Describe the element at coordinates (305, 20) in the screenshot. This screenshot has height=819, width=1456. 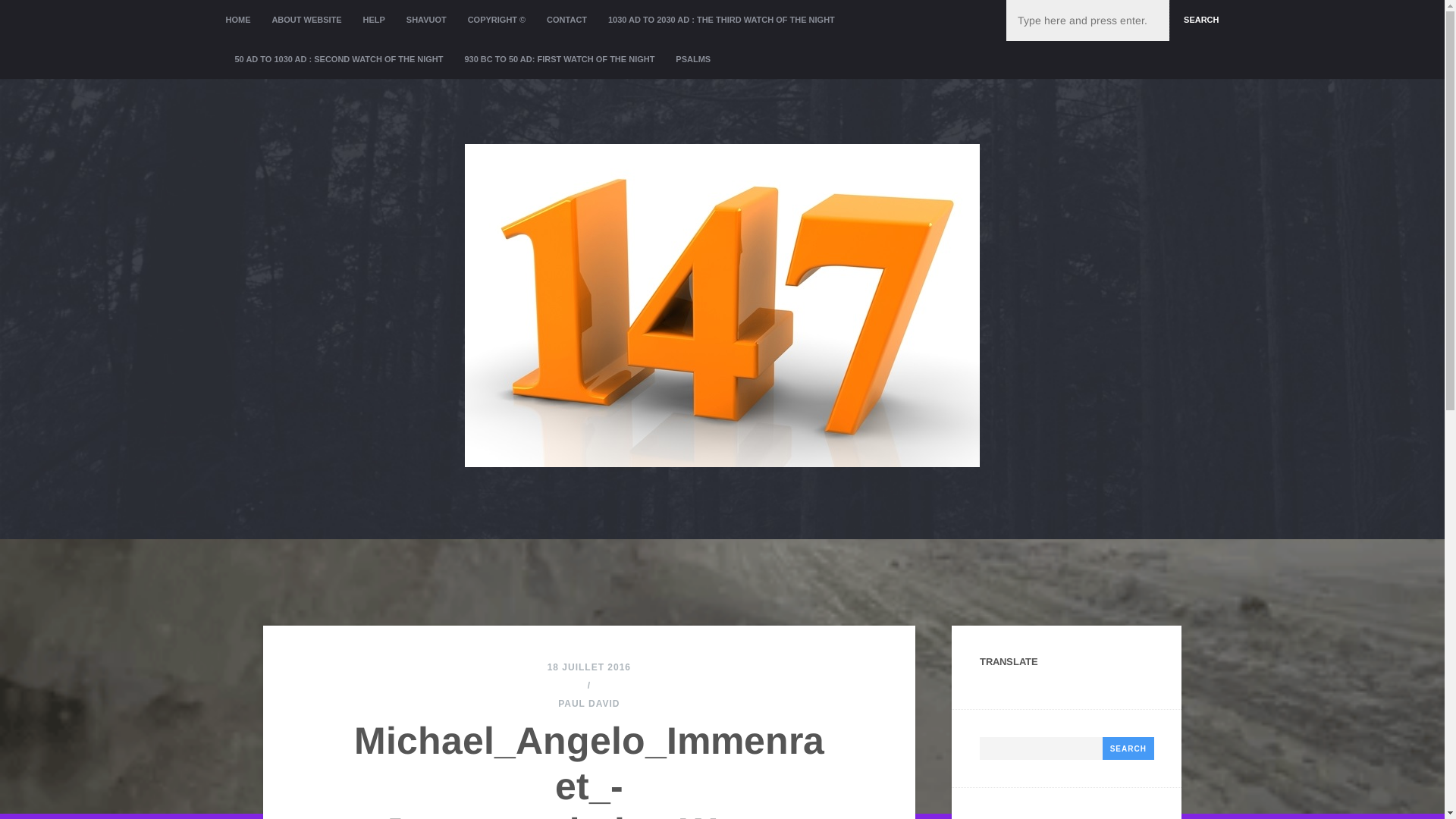
I see `'ABOUT WEBSITE'` at that location.